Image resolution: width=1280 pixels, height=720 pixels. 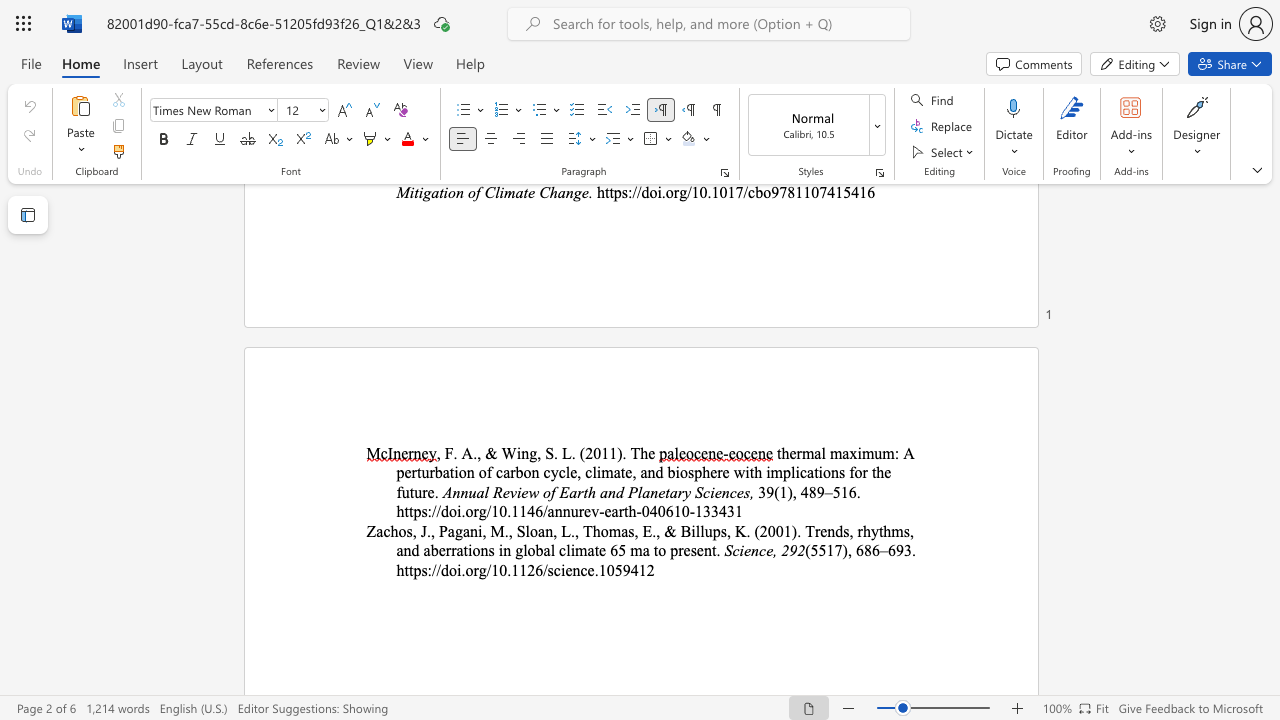 I want to click on the 2th character "l" in the text, so click(x=552, y=550).